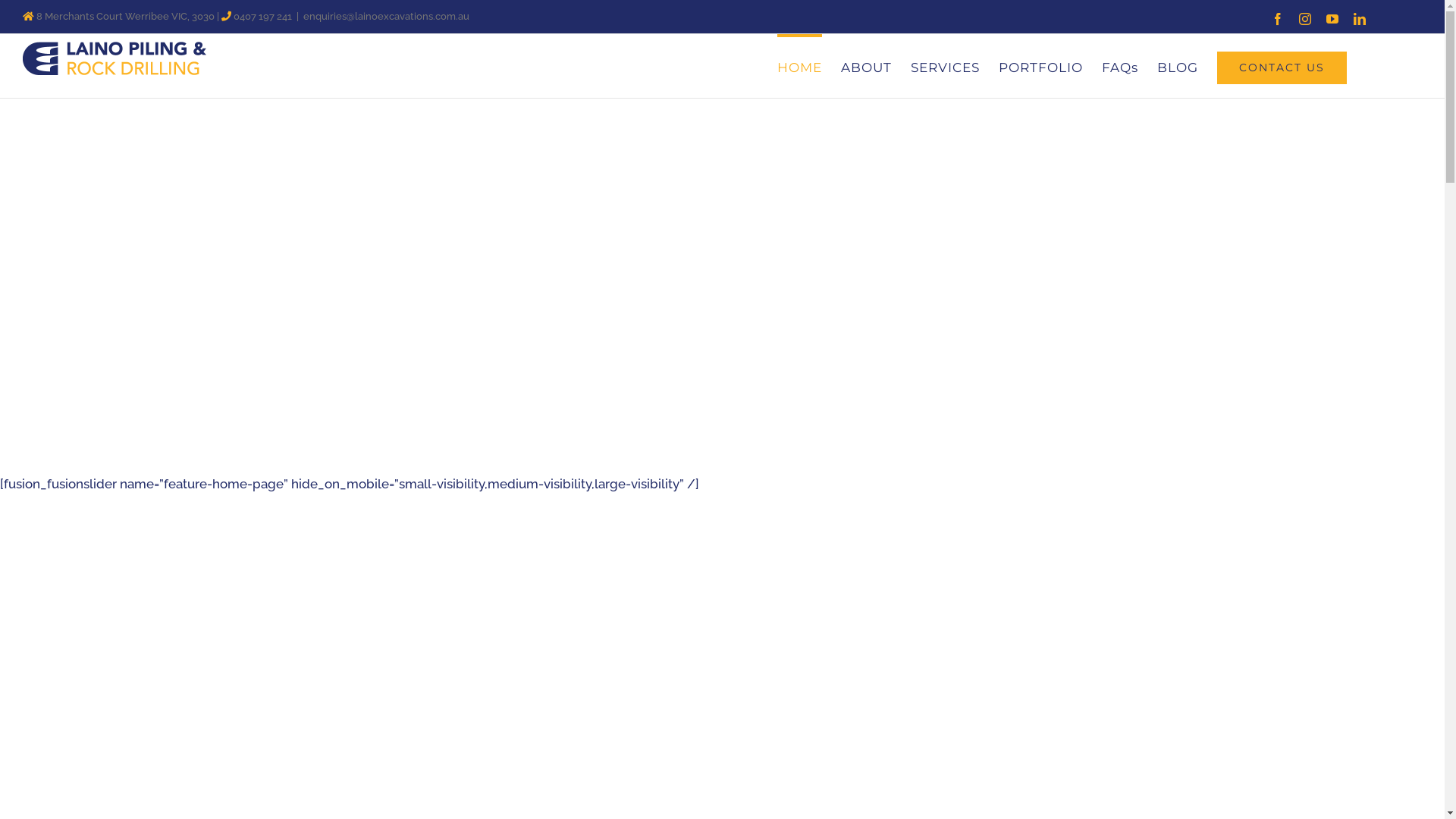 Image resolution: width=1456 pixels, height=819 pixels. Describe the element at coordinates (1120, 65) in the screenshot. I see `'FAQs'` at that location.